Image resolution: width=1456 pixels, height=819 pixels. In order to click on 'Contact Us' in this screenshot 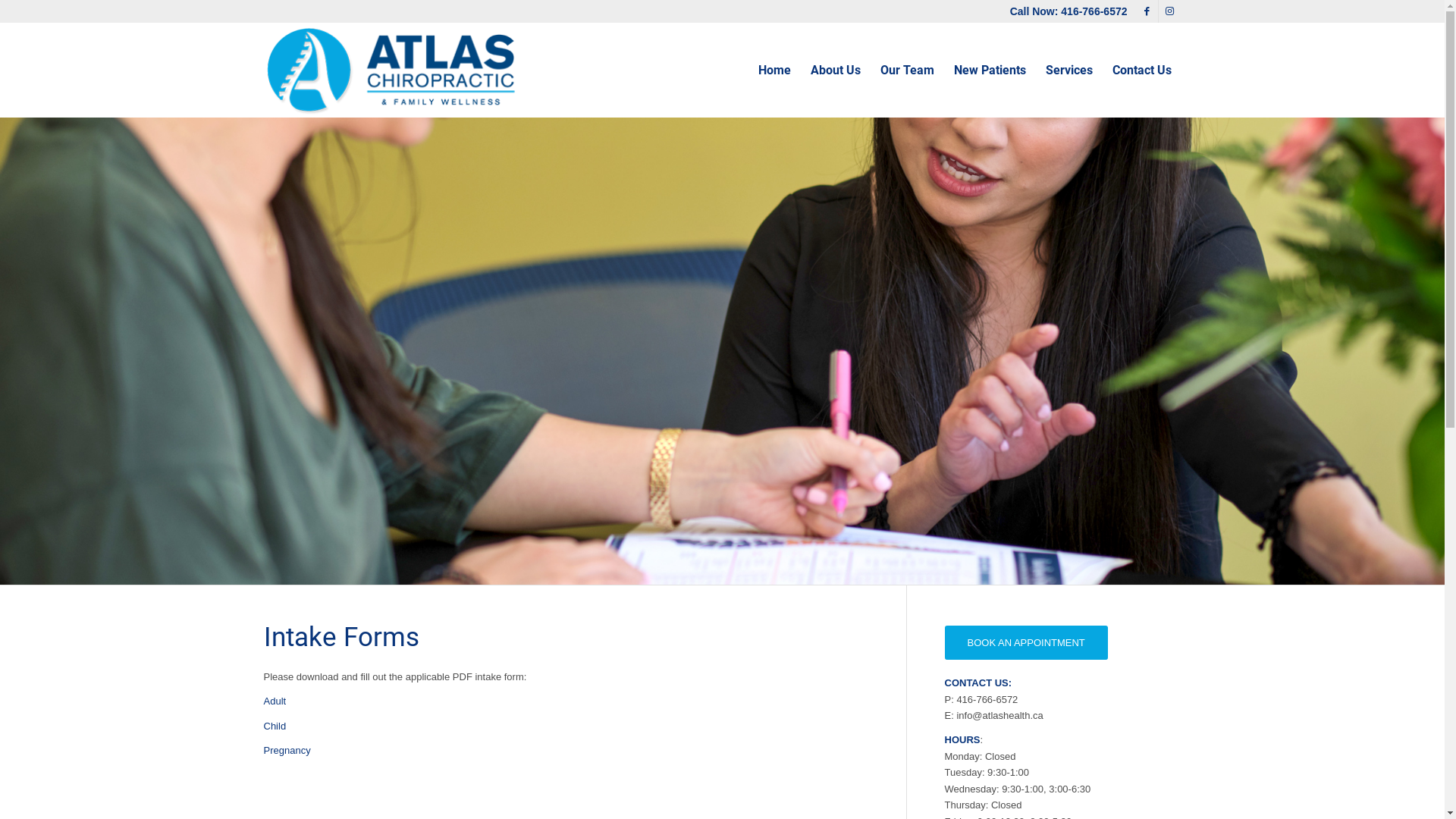, I will do `click(1142, 70)`.